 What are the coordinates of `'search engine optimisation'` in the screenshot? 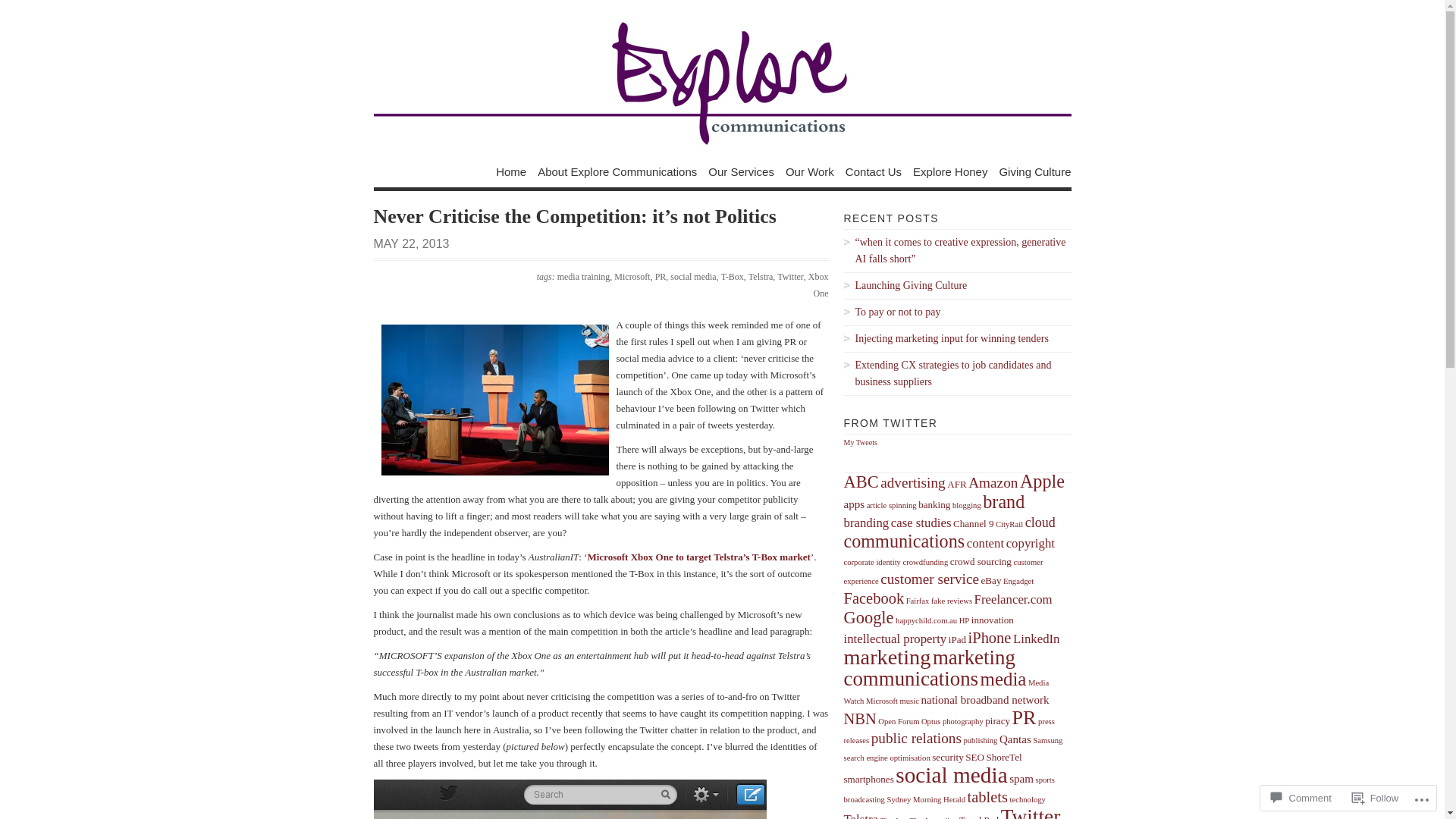 It's located at (886, 758).